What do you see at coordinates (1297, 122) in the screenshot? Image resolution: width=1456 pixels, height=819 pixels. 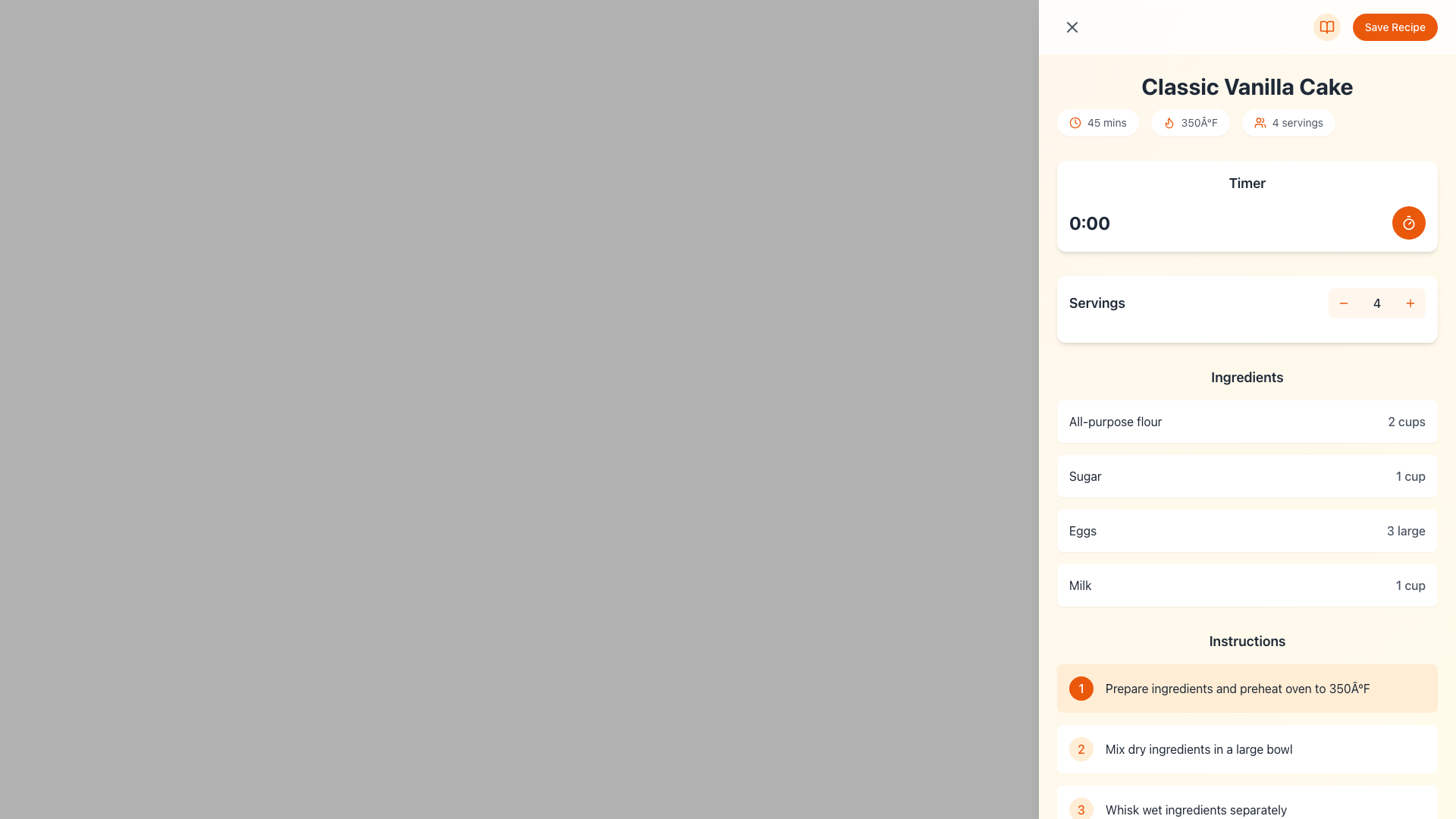 I see `the text label that indicates the number of servings for the recipe, positioned to the right of the user icon in the top section of the interface beneath the recipe title` at bounding box center [1297, 122].